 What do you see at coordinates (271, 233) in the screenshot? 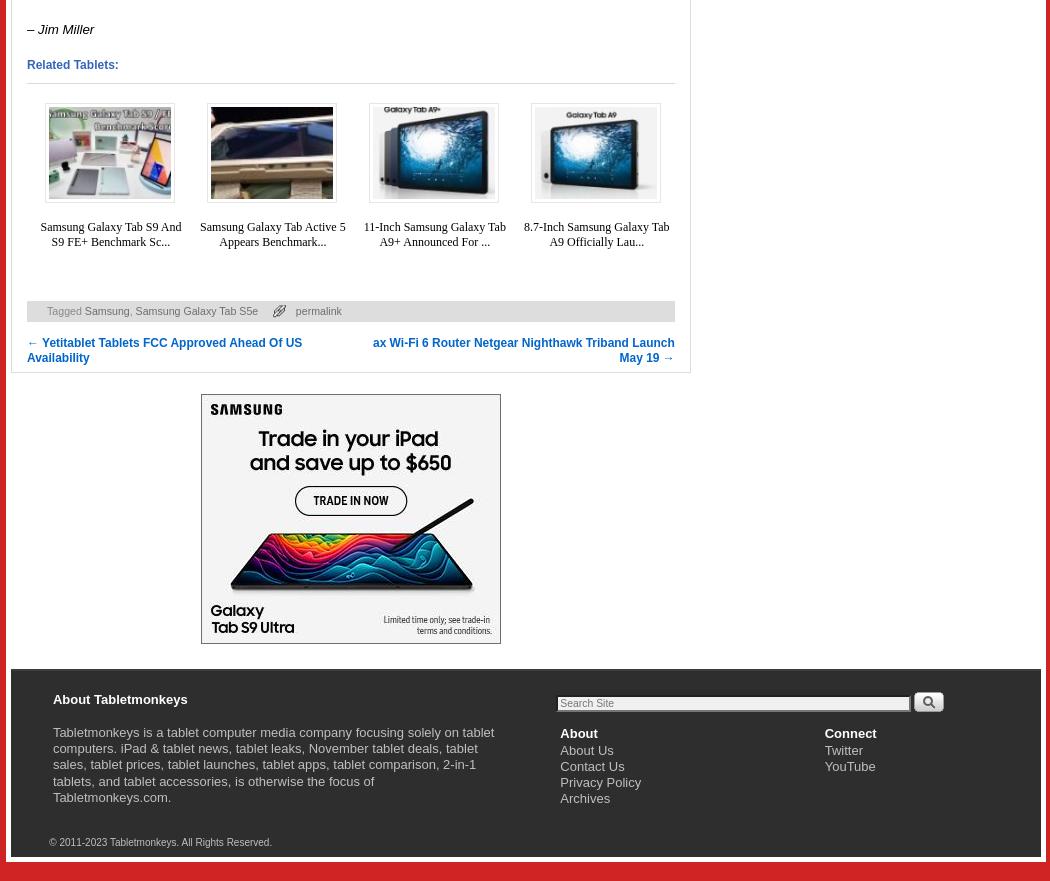
I see `'Samsung Galaxy Tab Active 5 Appears Benchmark...'` at bounding box center [271, 233].